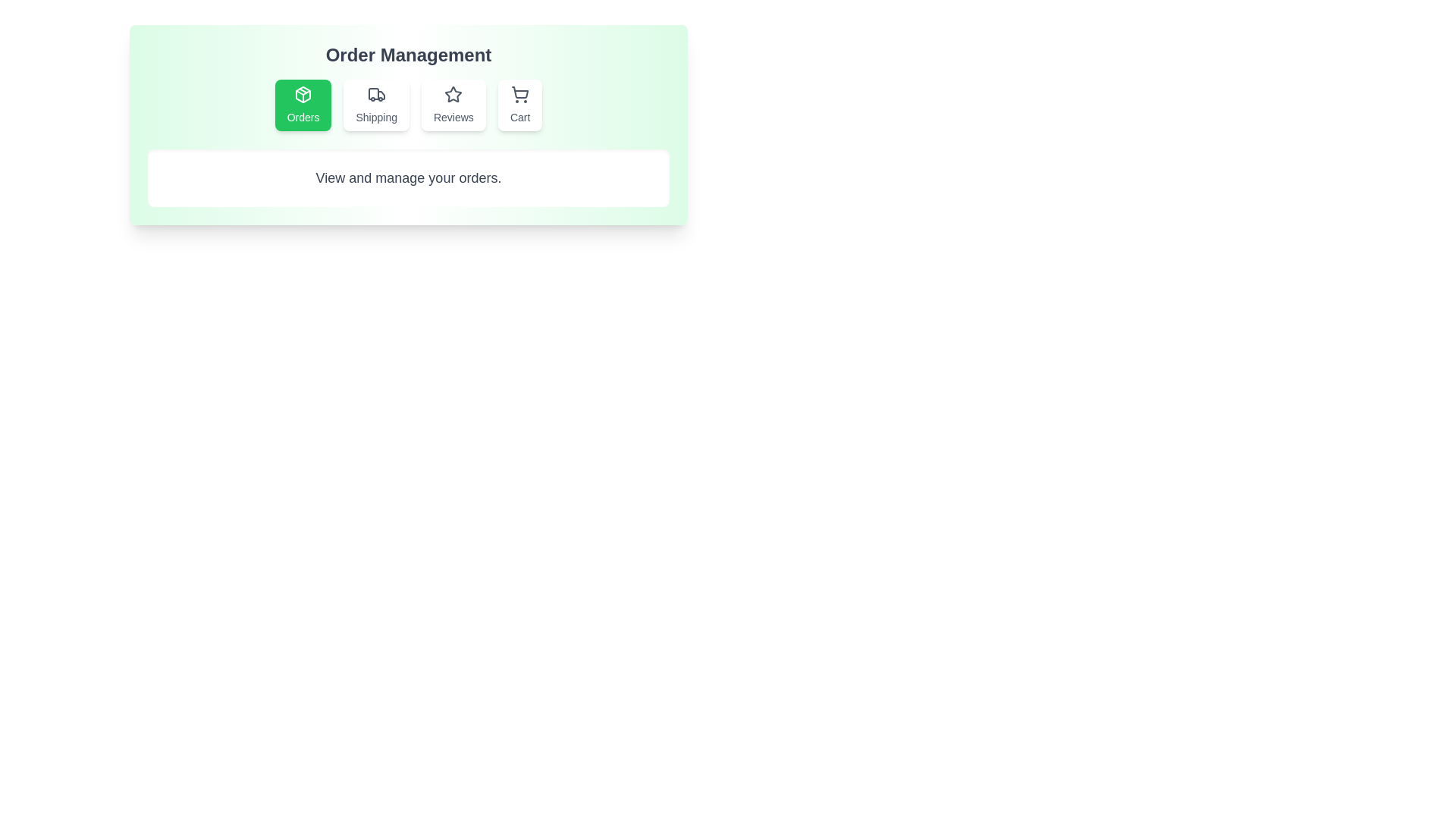 The height and width of the screenshot is (819, 1456). Describe the element at coordinates (303, 116) in the screenshot. I see `'Orders' text label within the green button located at the top-left corner of the menu section for reading or accessibility purposes` at that location.